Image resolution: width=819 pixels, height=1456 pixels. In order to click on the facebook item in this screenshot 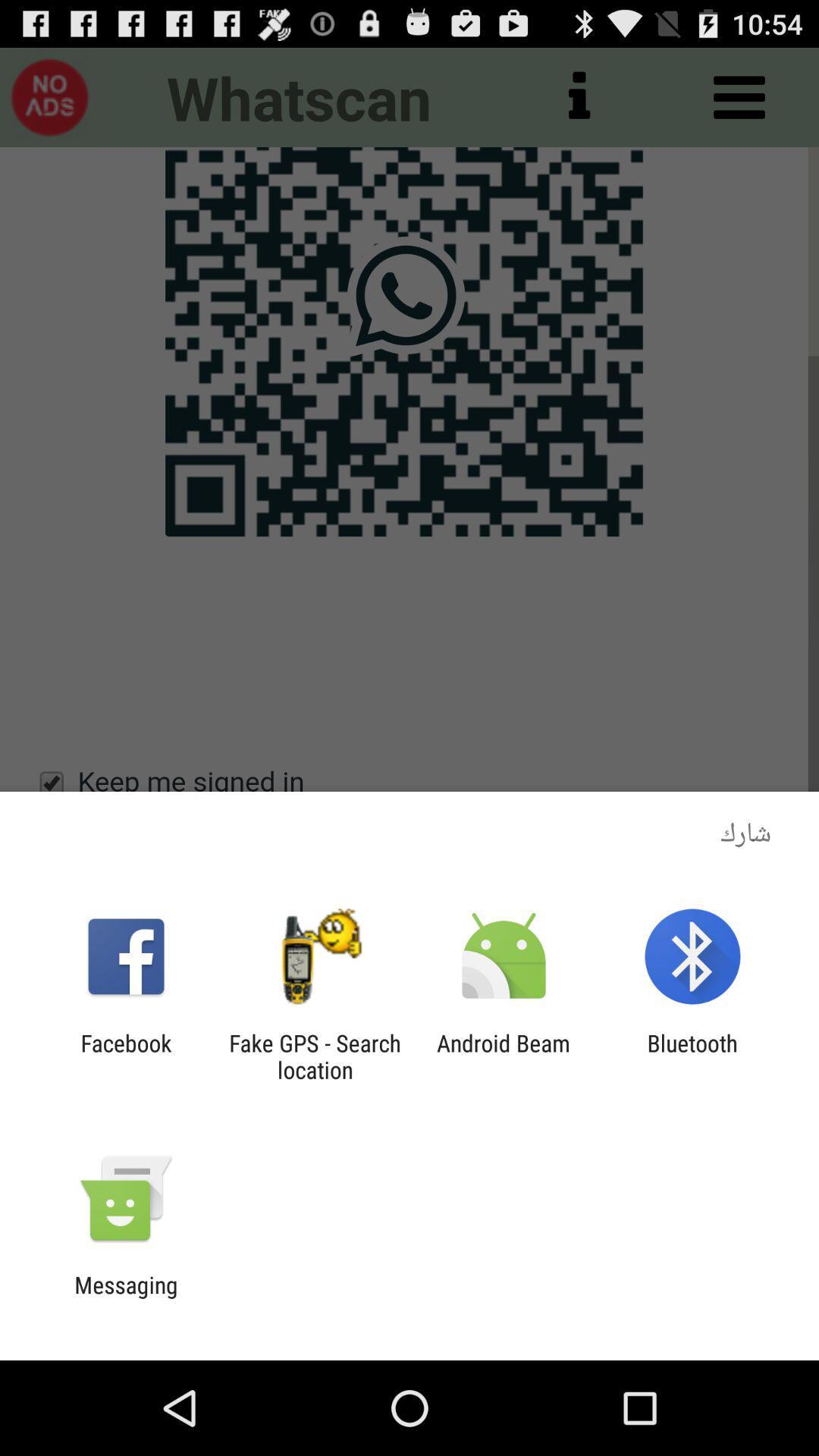, I will do `click(125, 1056)`.